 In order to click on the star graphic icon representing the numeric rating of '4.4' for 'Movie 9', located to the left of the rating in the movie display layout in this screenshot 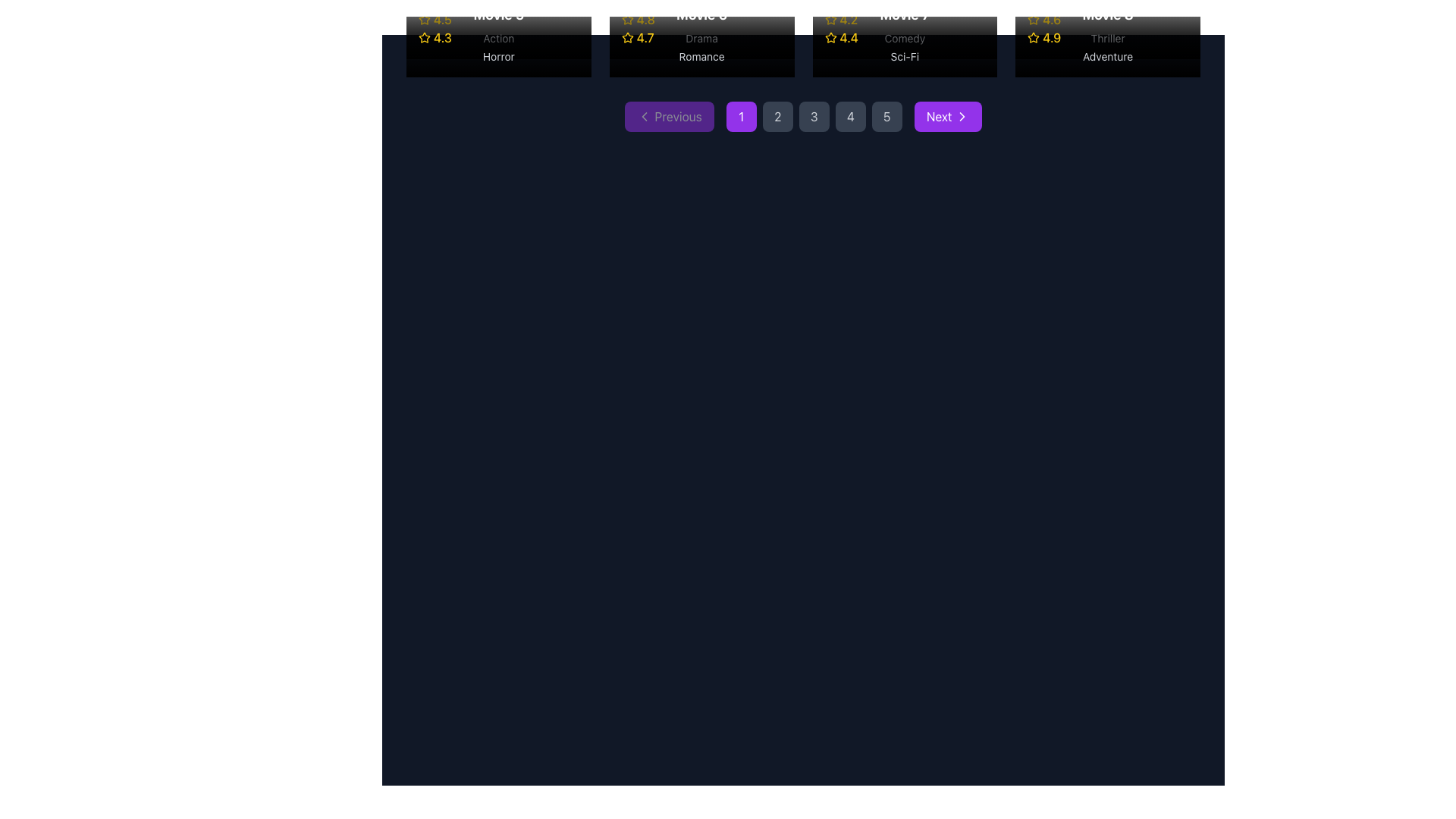, I will do `click(830, 19)`.